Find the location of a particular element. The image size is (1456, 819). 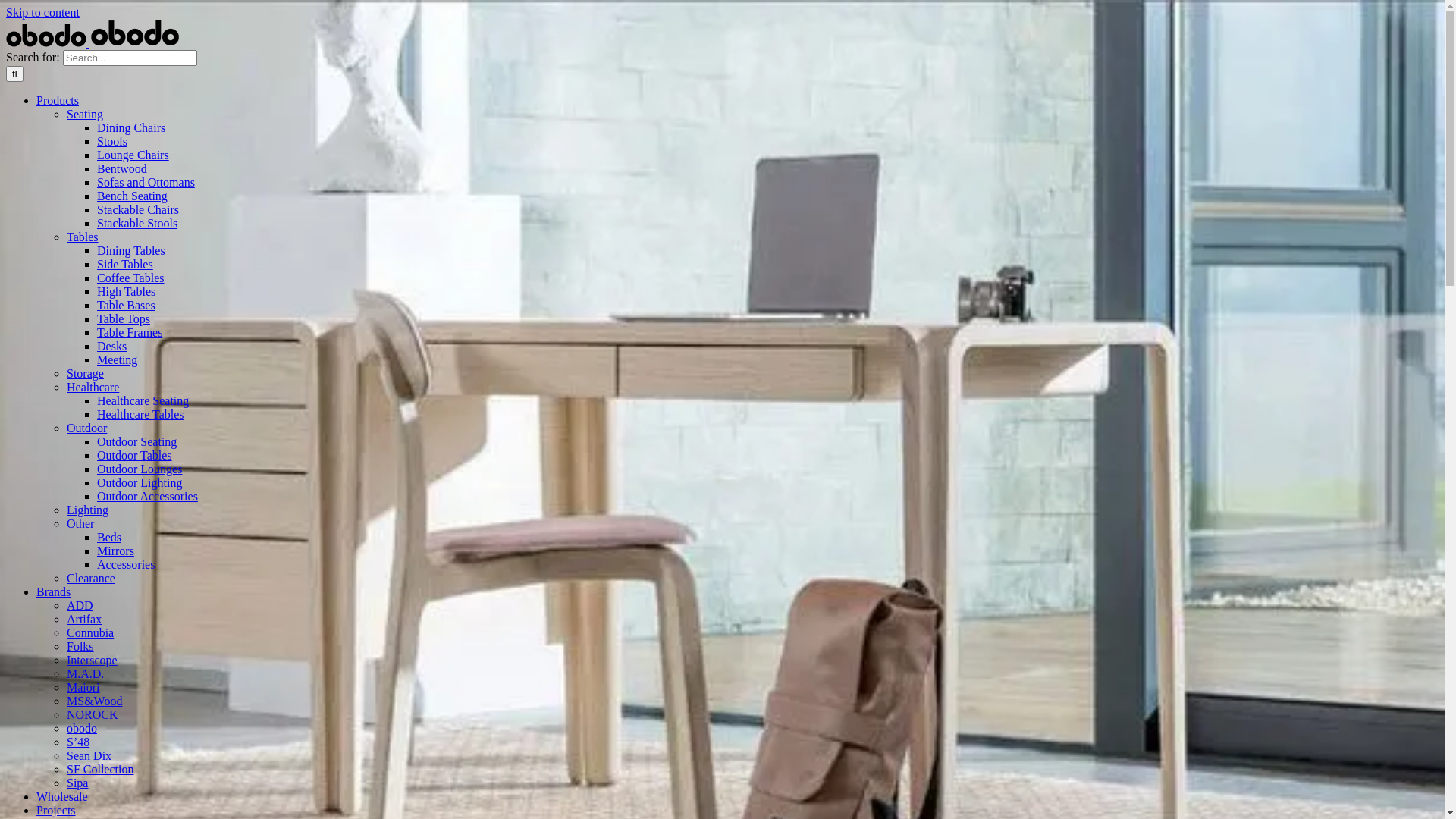

'SF Collection' is located at coordinates (99, 769).